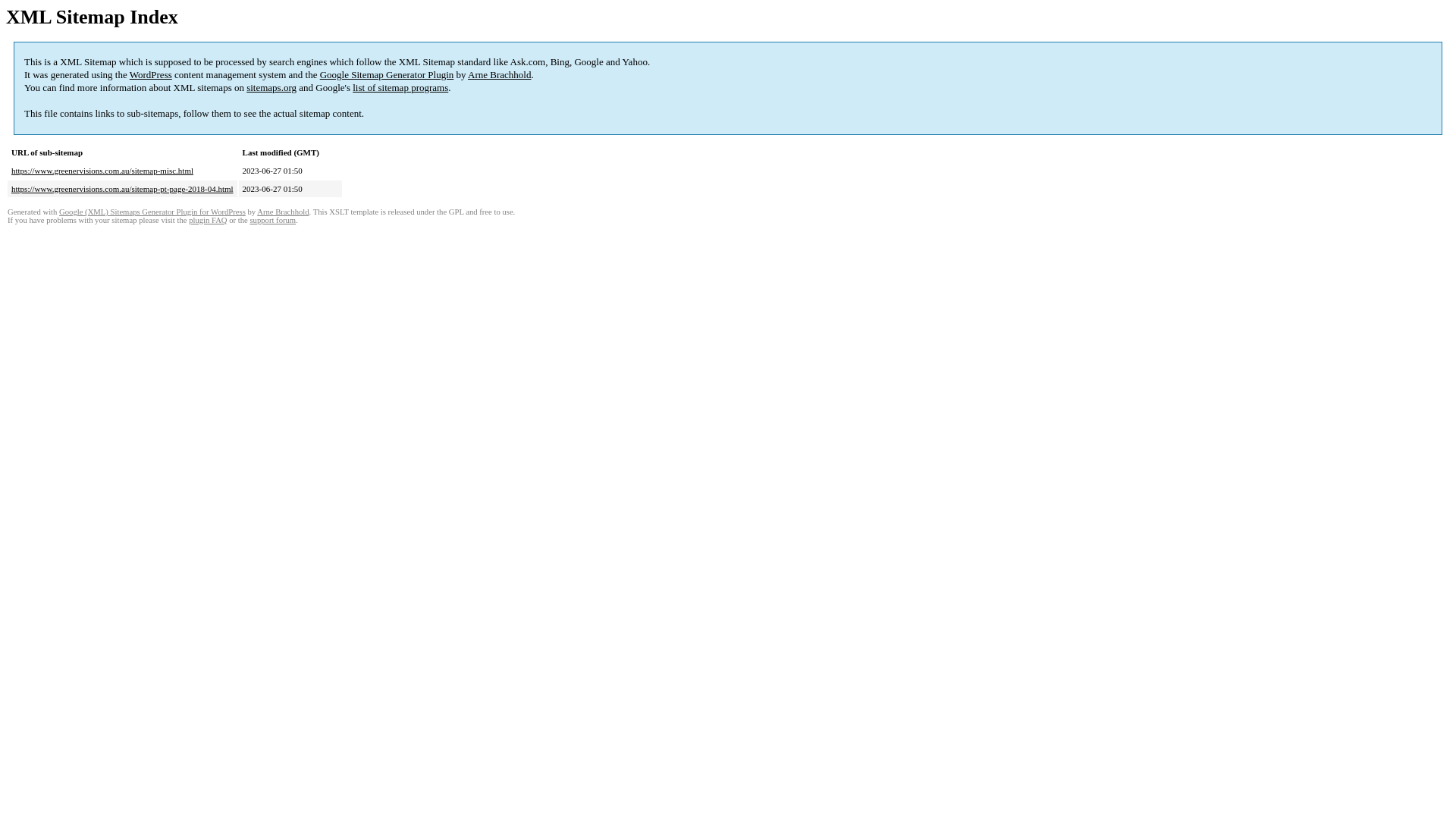 The image size is (1456, 819). Describe the element at coordinates (206, 220) in the screenshot. I see `'plugin FAQ'` at that location.